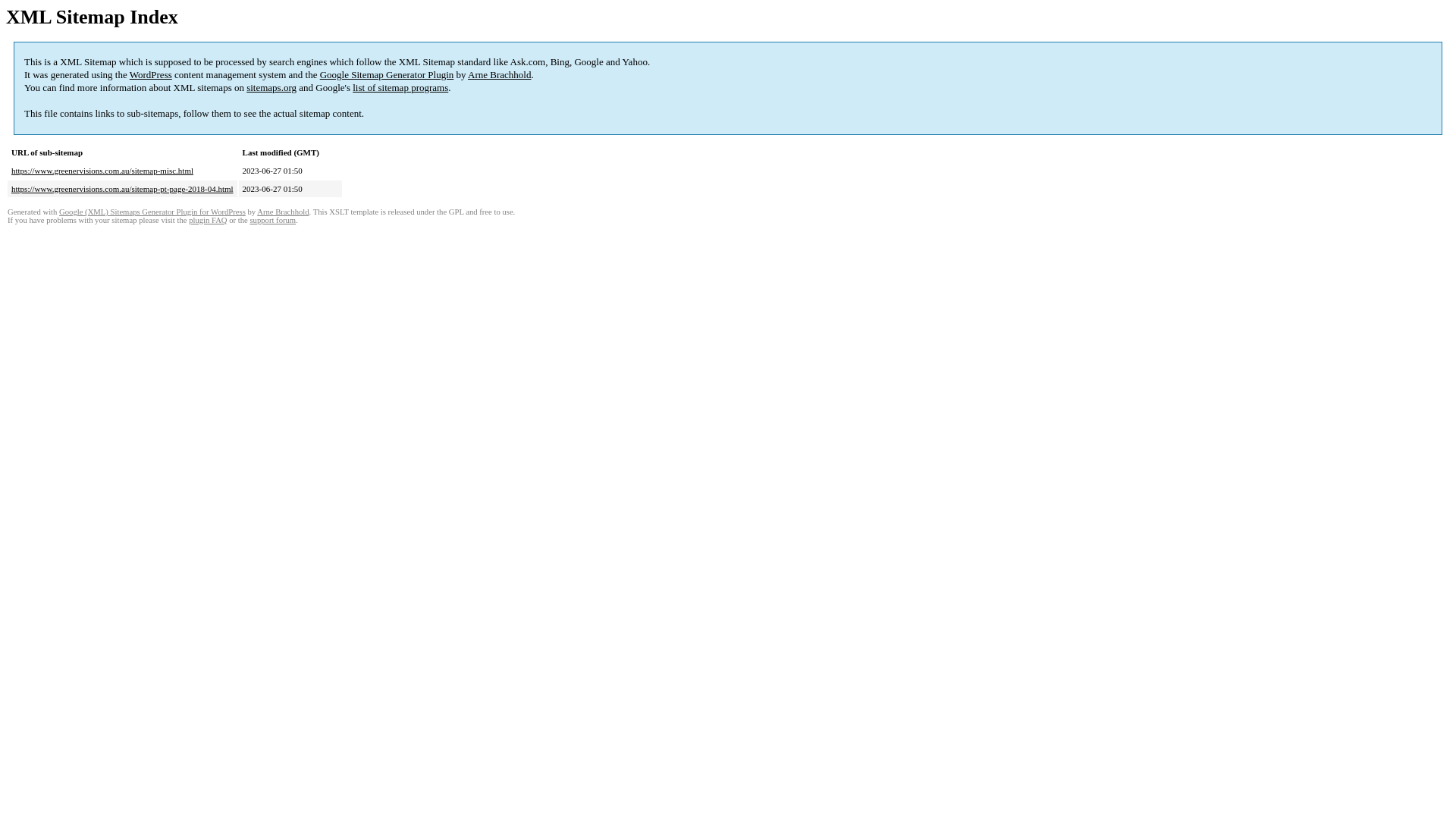 The image size is (1456, 819). Describe the element at coordinates (206, 220) in the screenshot. I see `'plugin FAQ'` at that location.